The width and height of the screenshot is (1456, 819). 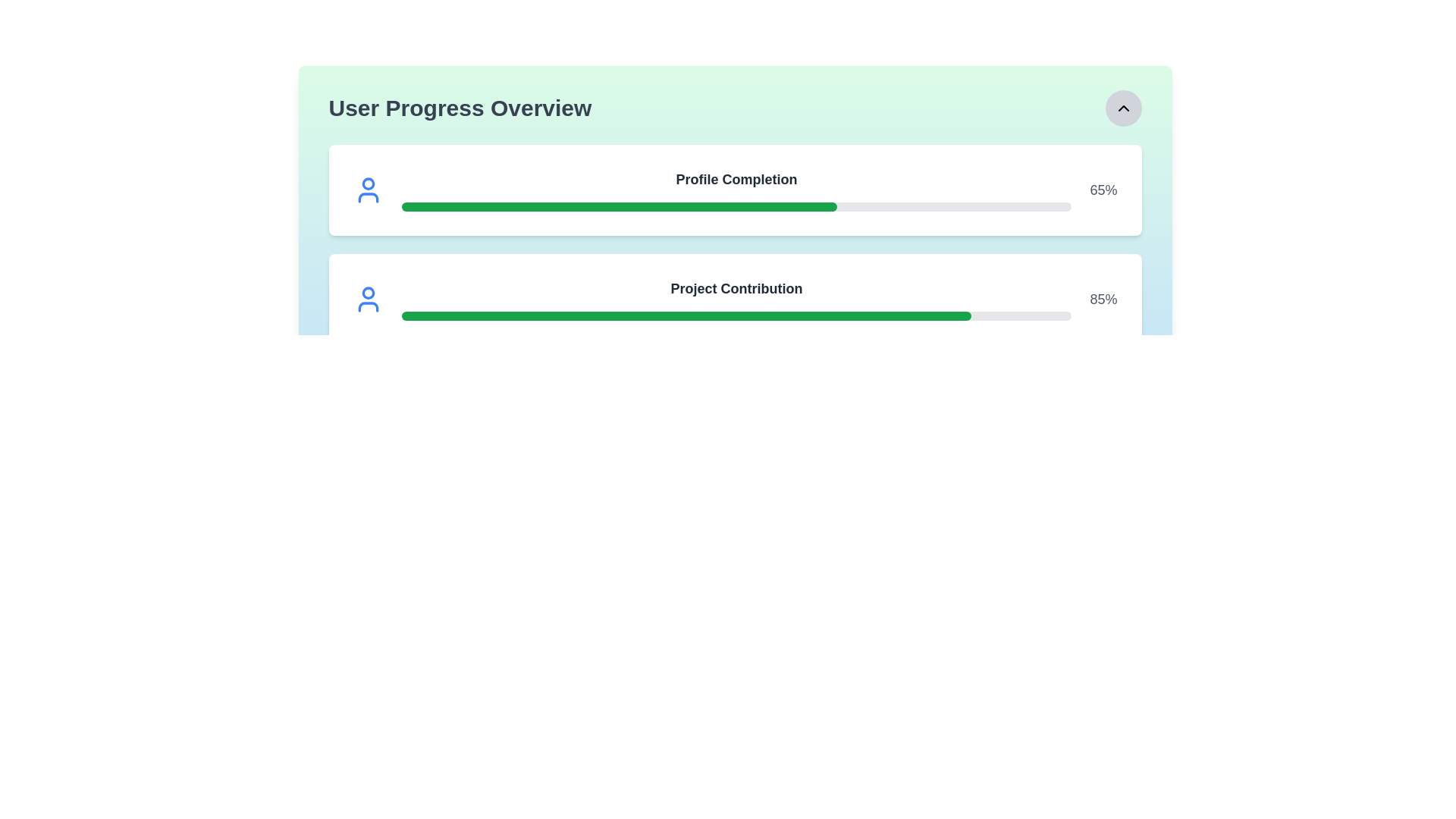 What do you see at coordinates (368, 183) in the screenshot?
I see `the small circular shape located in the upper portion of the user icon symbol, which is part of a larger graphic representing a user profile` at bounding box center [368, 183].